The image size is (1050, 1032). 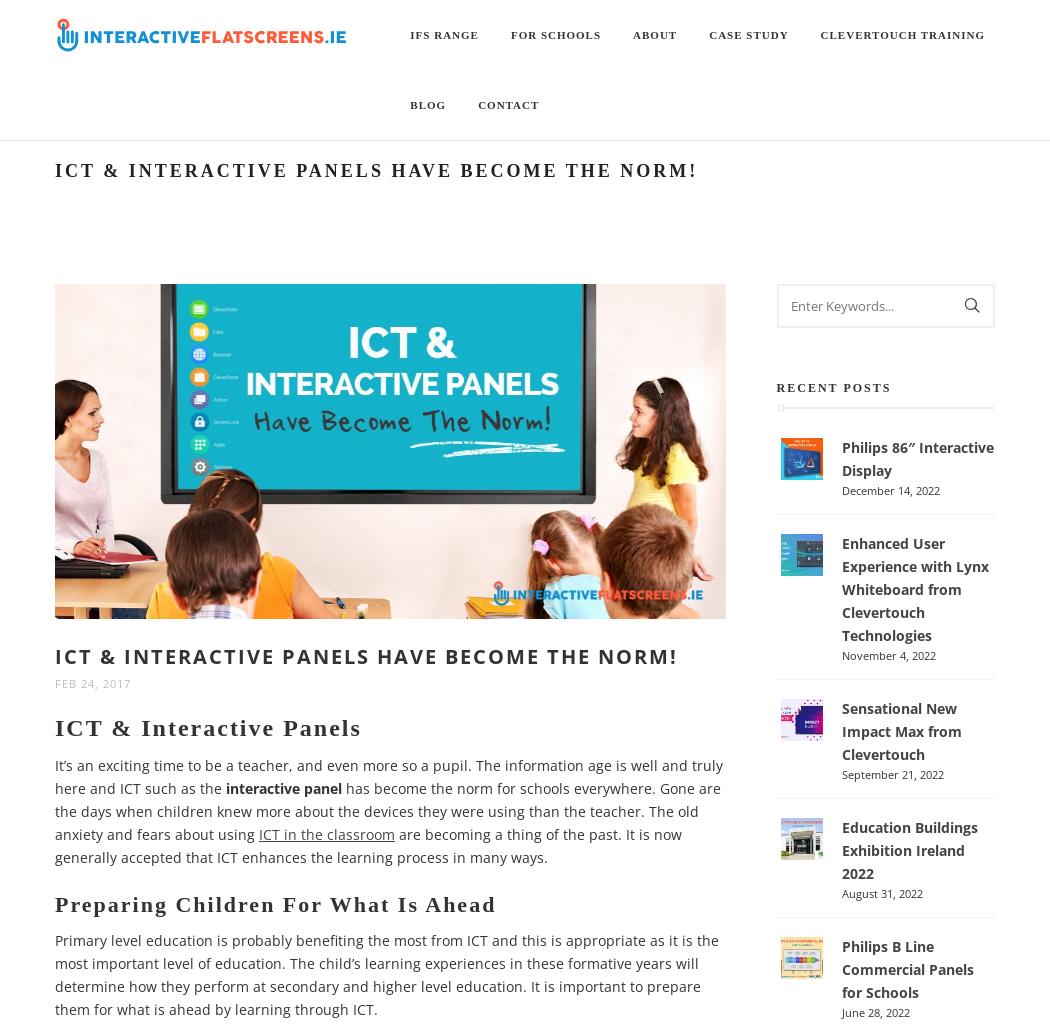 I want to click on 'Philips 86″ Interactive Display', so click(x=916, y=458).